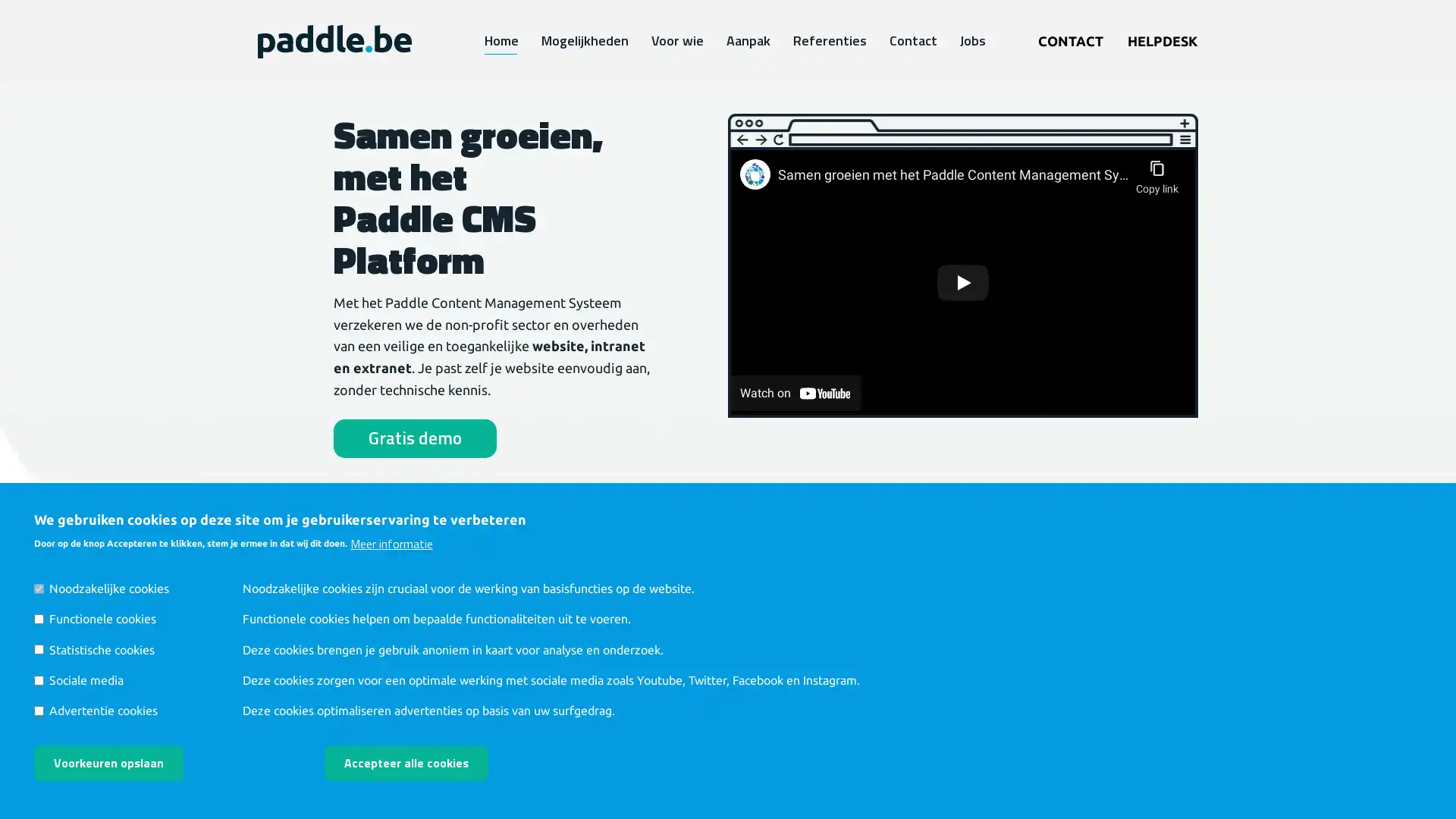  What do you see at coordinates (108, 763) in the screenshot?
I see `Voorkeuren opslaan` at bounding box center [108, 763].